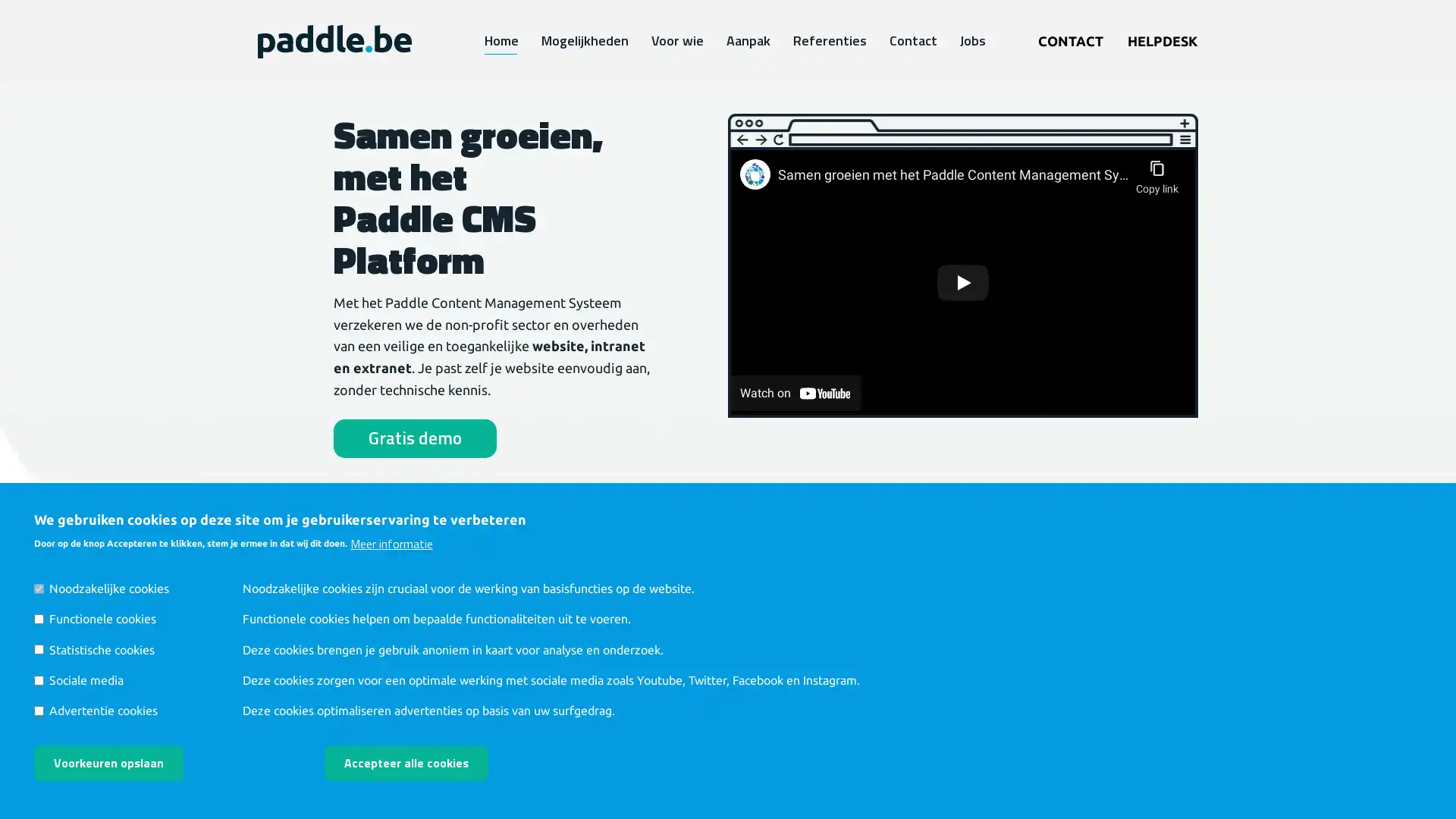  What do you see at coordinates (108, 763) in the screenshot?
I see `Voorkeuren opslaan` at bounding box center [108, 763].